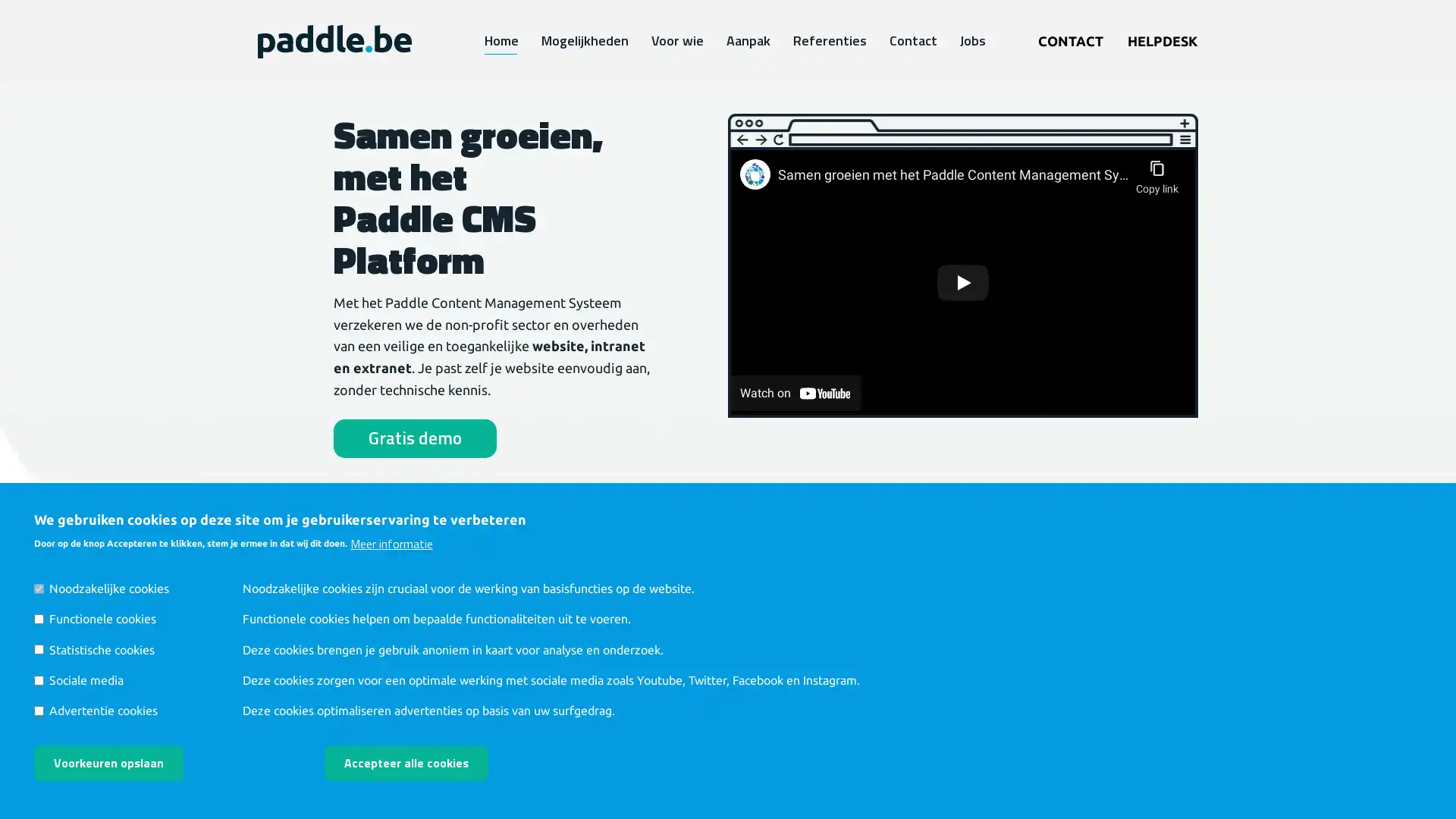  What do you see at coordinates (108, 763) in the screenshot?
I see `Voorkeuren opslaan` at bounding box center [108, 763].